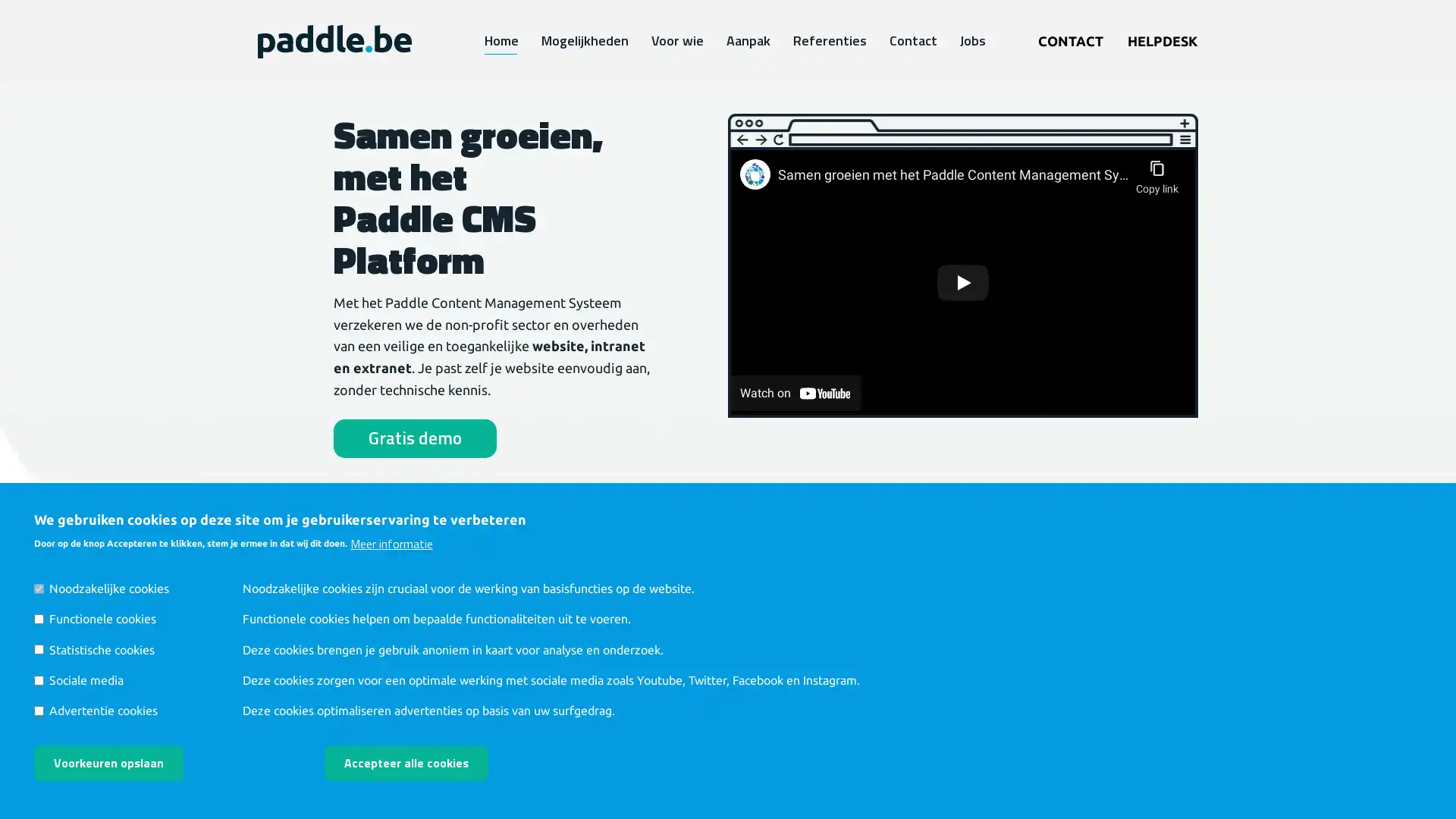  What do you see at coordinates (108, 763) in the screenshot?
I see `Voorkeuren opslaan` at bounding box center [108, 763].